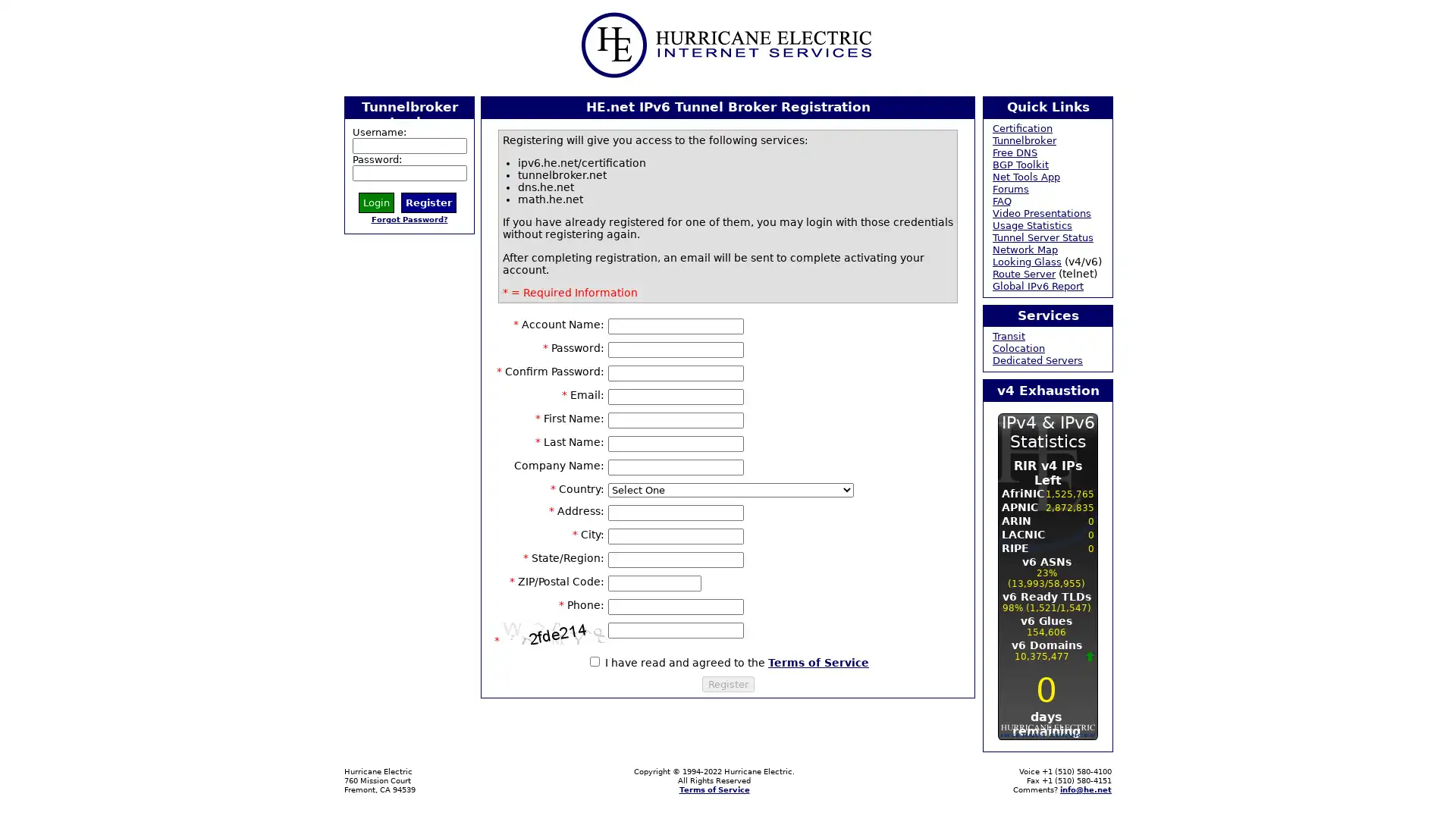 This screenshot has width=1456, height=819. Describe the element at coordinates (726, 683) in the screenshot. I see `Register` at that location.